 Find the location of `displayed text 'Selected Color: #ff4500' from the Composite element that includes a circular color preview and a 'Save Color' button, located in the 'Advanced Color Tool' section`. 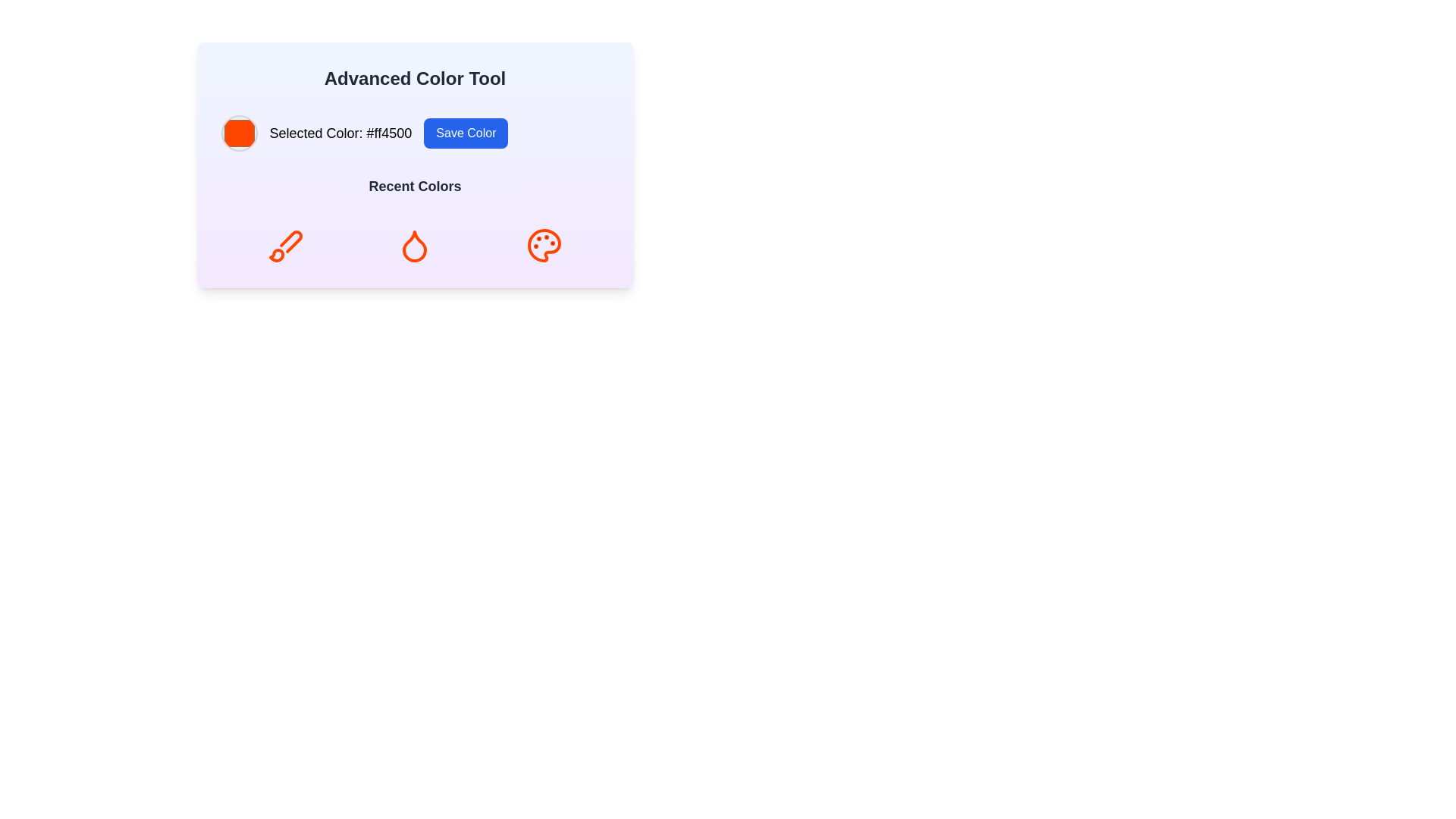

displayed text 'Selected Color: #ff4500' from the Composite element that includes a circular color preview and a 'Save Color' button, located in the 'Advanced Color Tool' section is located at coordinates (415, 133).